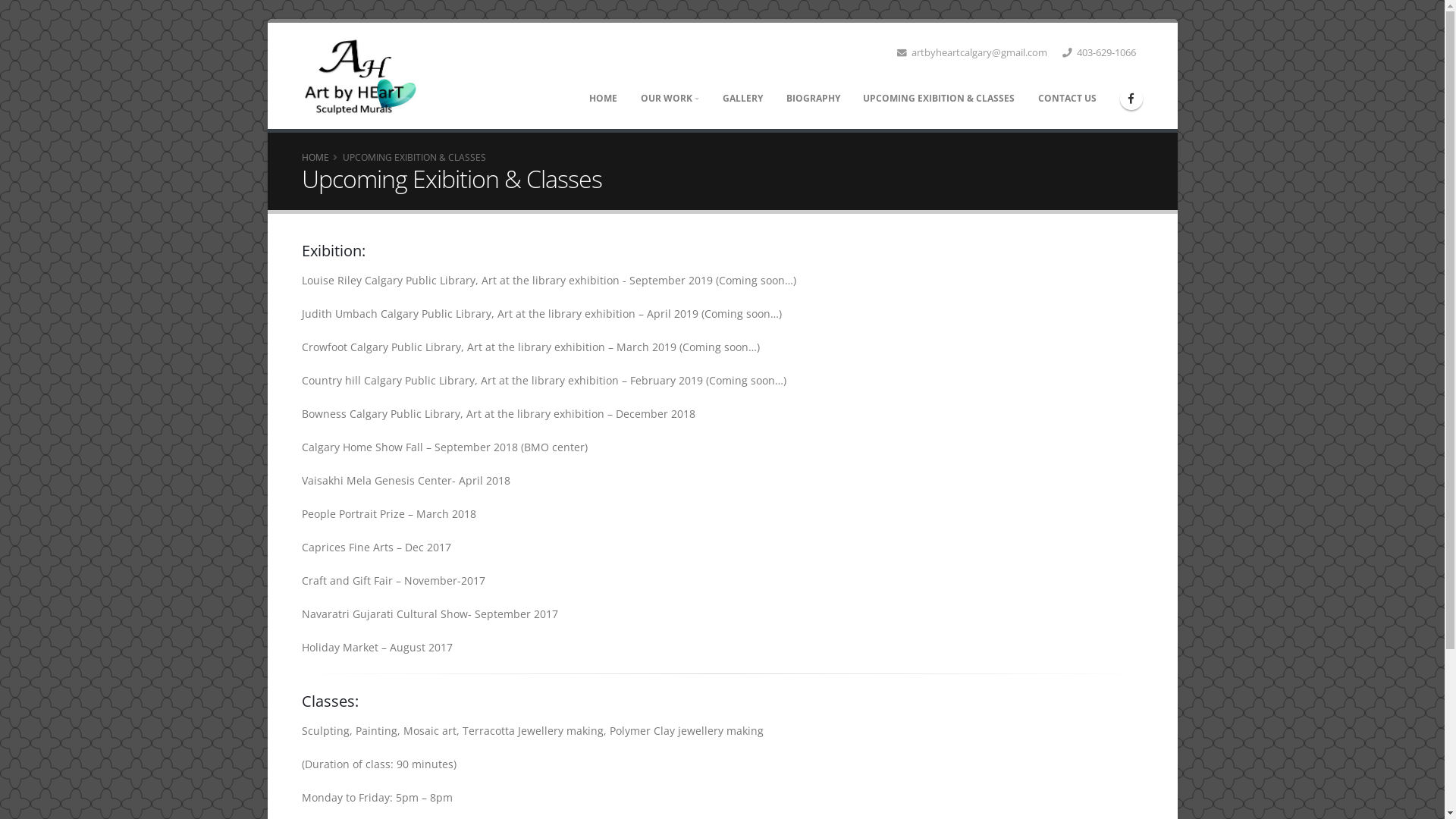 The image size is (1456, 819). Describe the element at coordinates (775, 99) in the screenshot. I see `'BIOGRAPHY'` at that location.